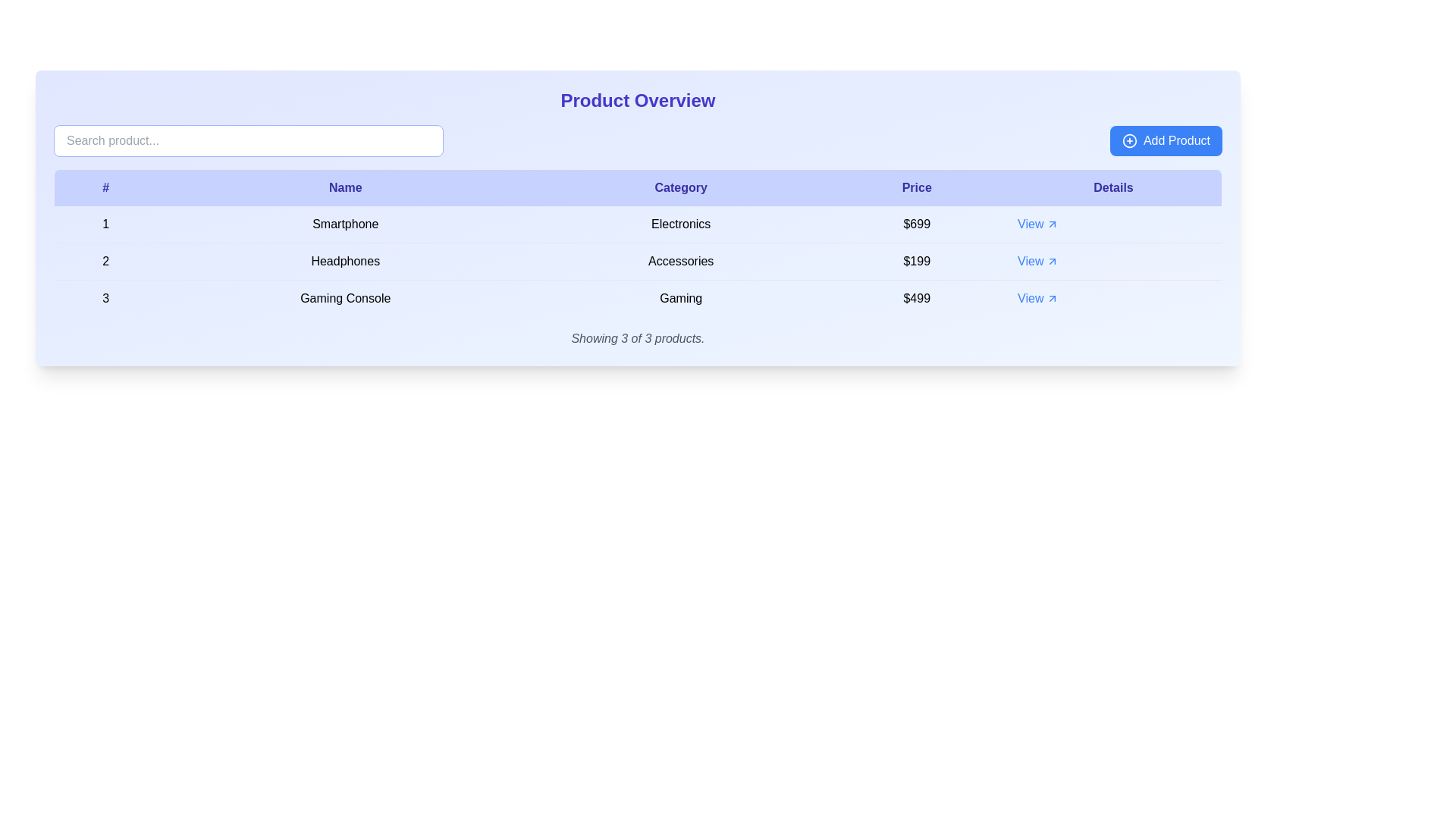 Image resolution: width=1456 pixels, height=819 pixels. Describe the element at coordinates (1129, 140) in the screenshot. I see `the SVG Circle element that depicts a 'plus' symbol within the 'Add Product' button, located to the left of the text in the button` at that location.